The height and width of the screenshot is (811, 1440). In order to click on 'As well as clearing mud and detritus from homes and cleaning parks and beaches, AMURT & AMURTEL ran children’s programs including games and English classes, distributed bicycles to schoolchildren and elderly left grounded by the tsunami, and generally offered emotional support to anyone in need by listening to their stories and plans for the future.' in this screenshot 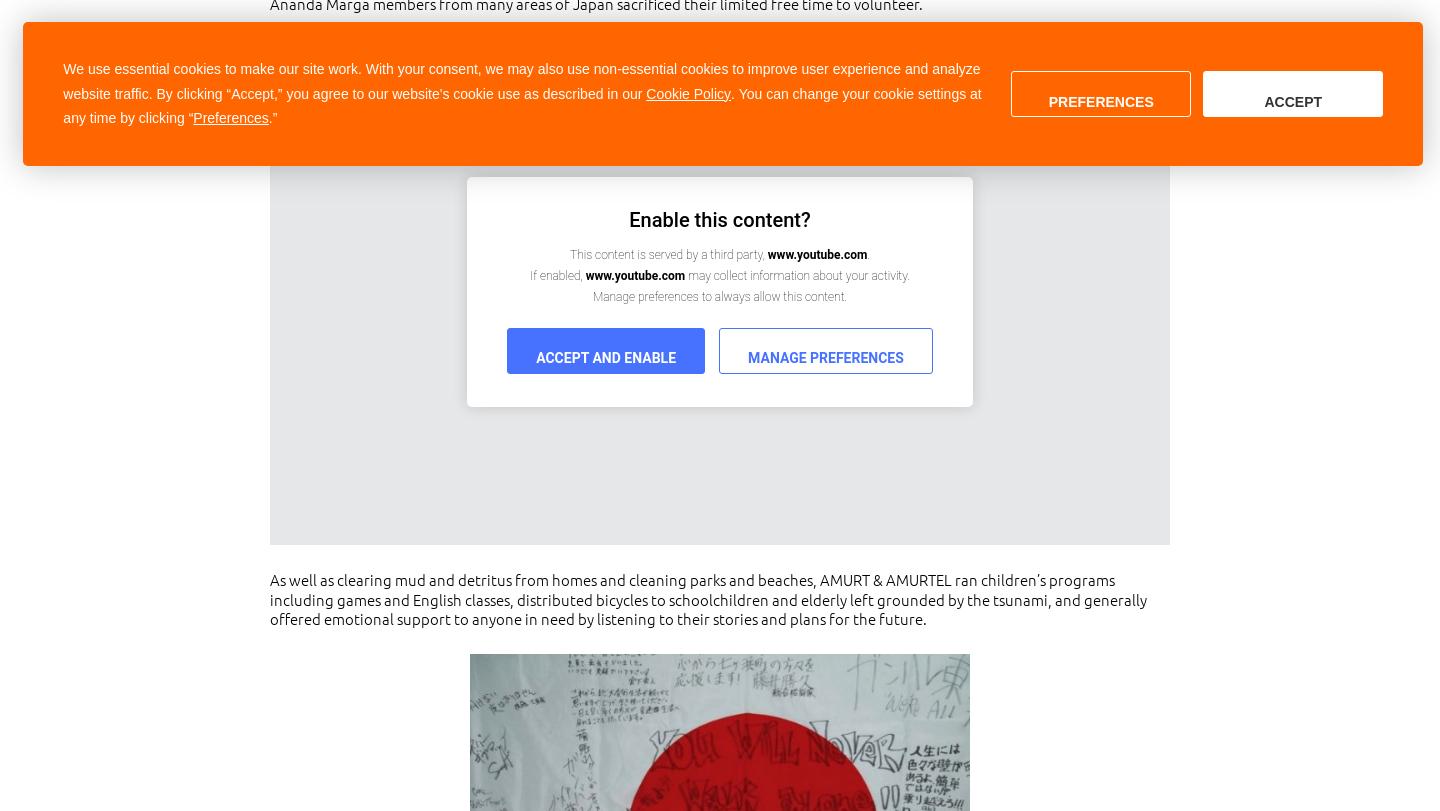, I will do `click(708, 600)`.